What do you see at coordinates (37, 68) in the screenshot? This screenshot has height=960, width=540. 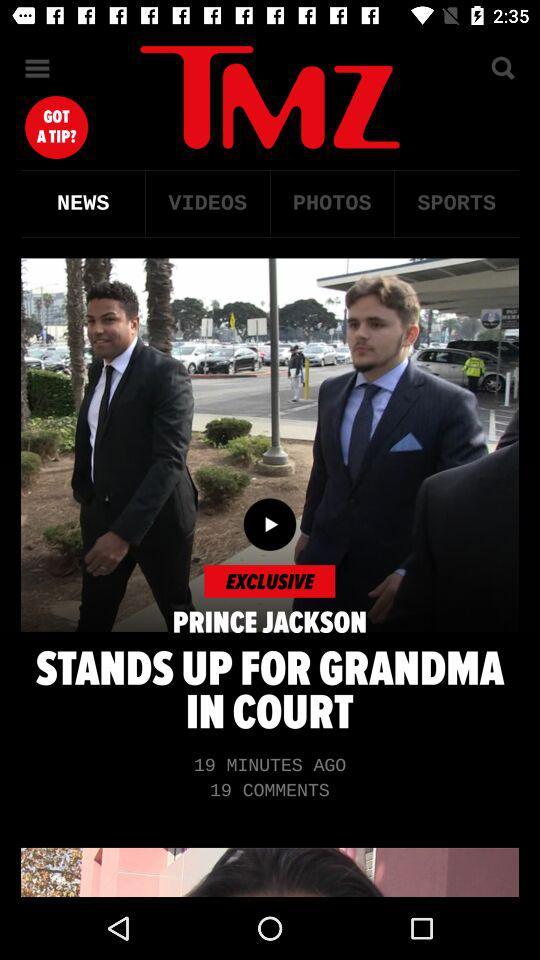 I see `the menu icon` at bounding box center [37, 68].